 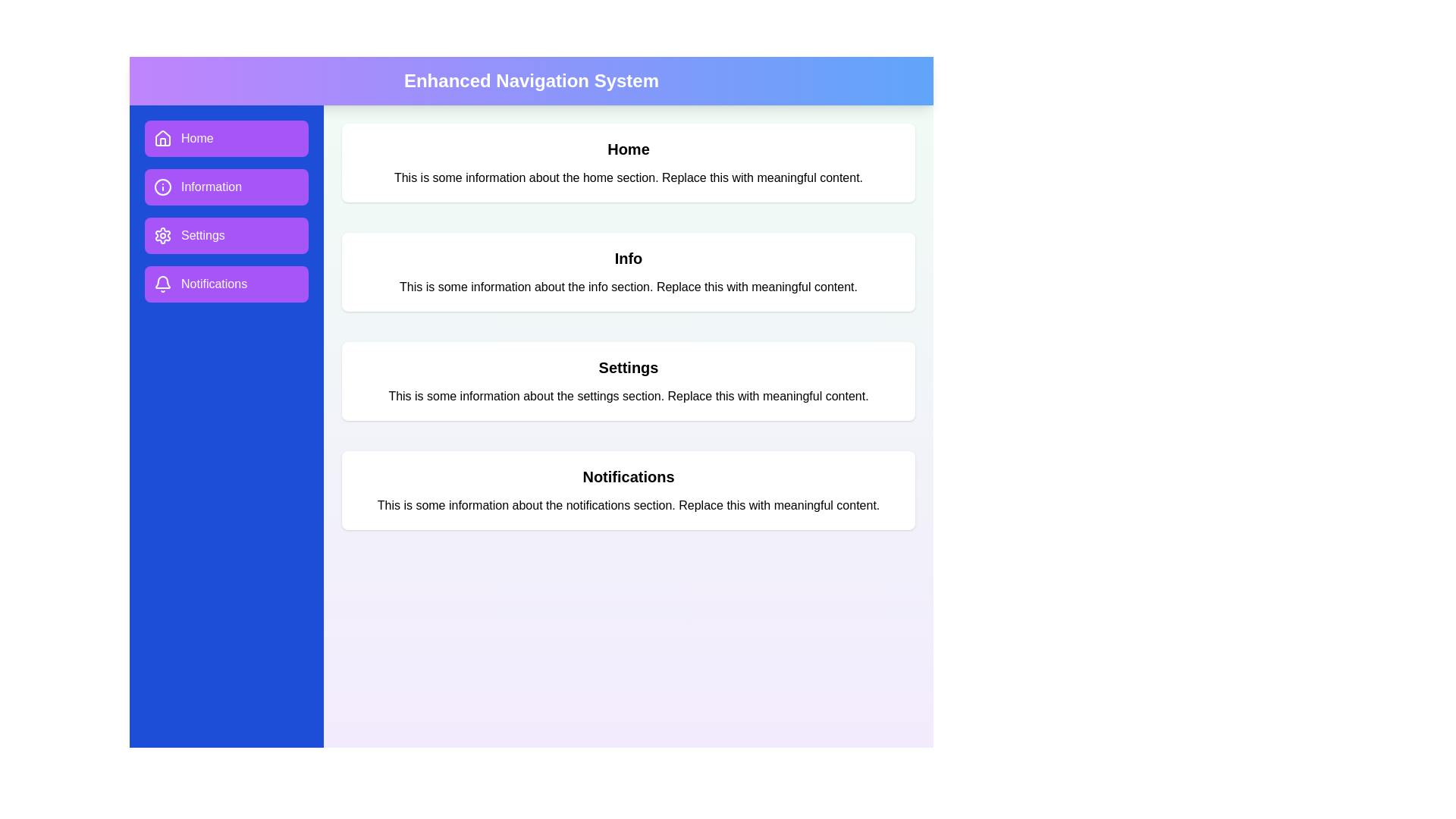 I want to click on the bell icon component within the 'Notifications' navigation button on the left-hand panel, so click(x=163, y=282).